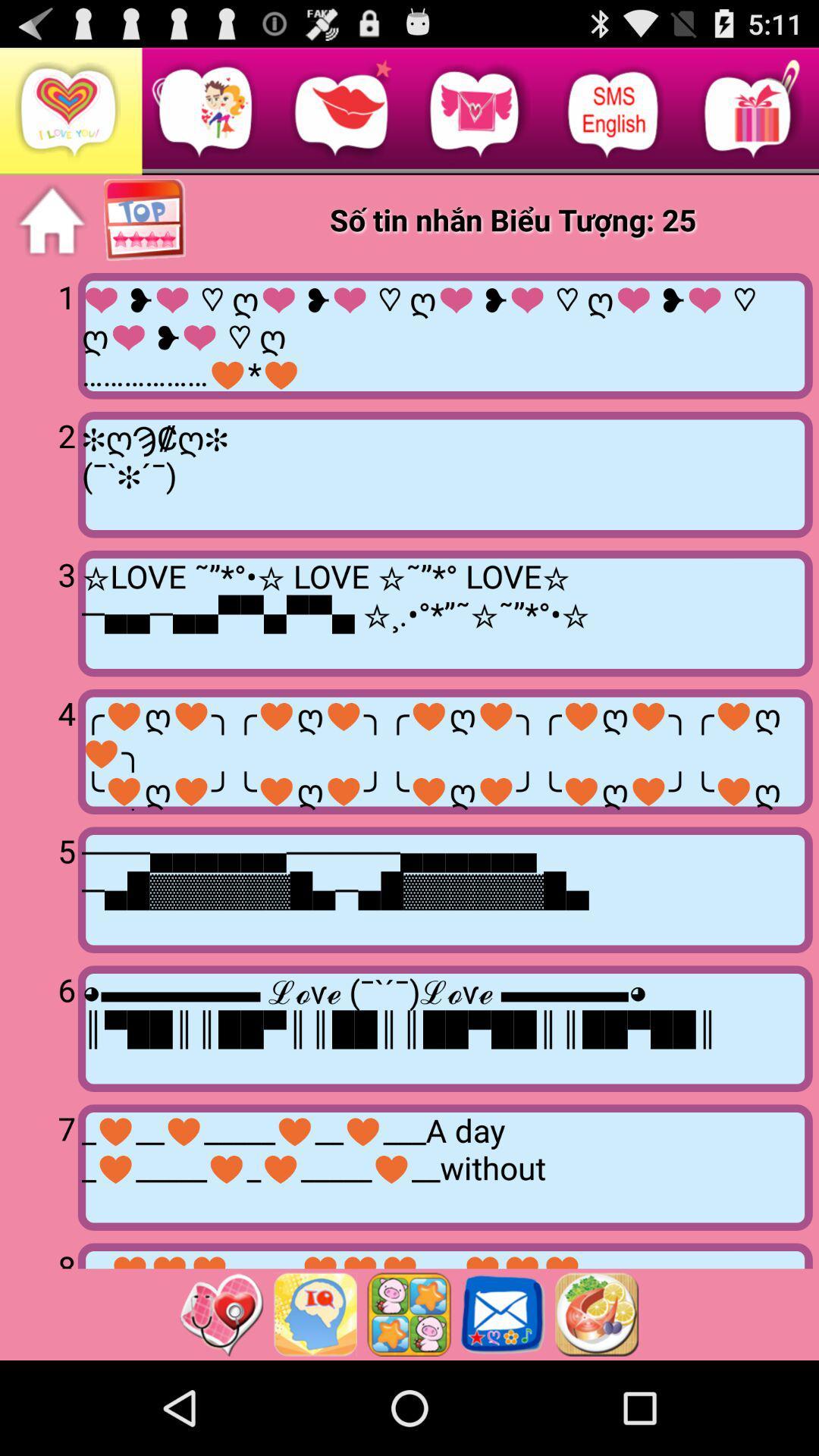 This screenshot has width=819, height=1456. What do you see at coordinates (444, 1166) in the screenshot?
I see `the icon next to 7` at bounding box center [444, 1166].